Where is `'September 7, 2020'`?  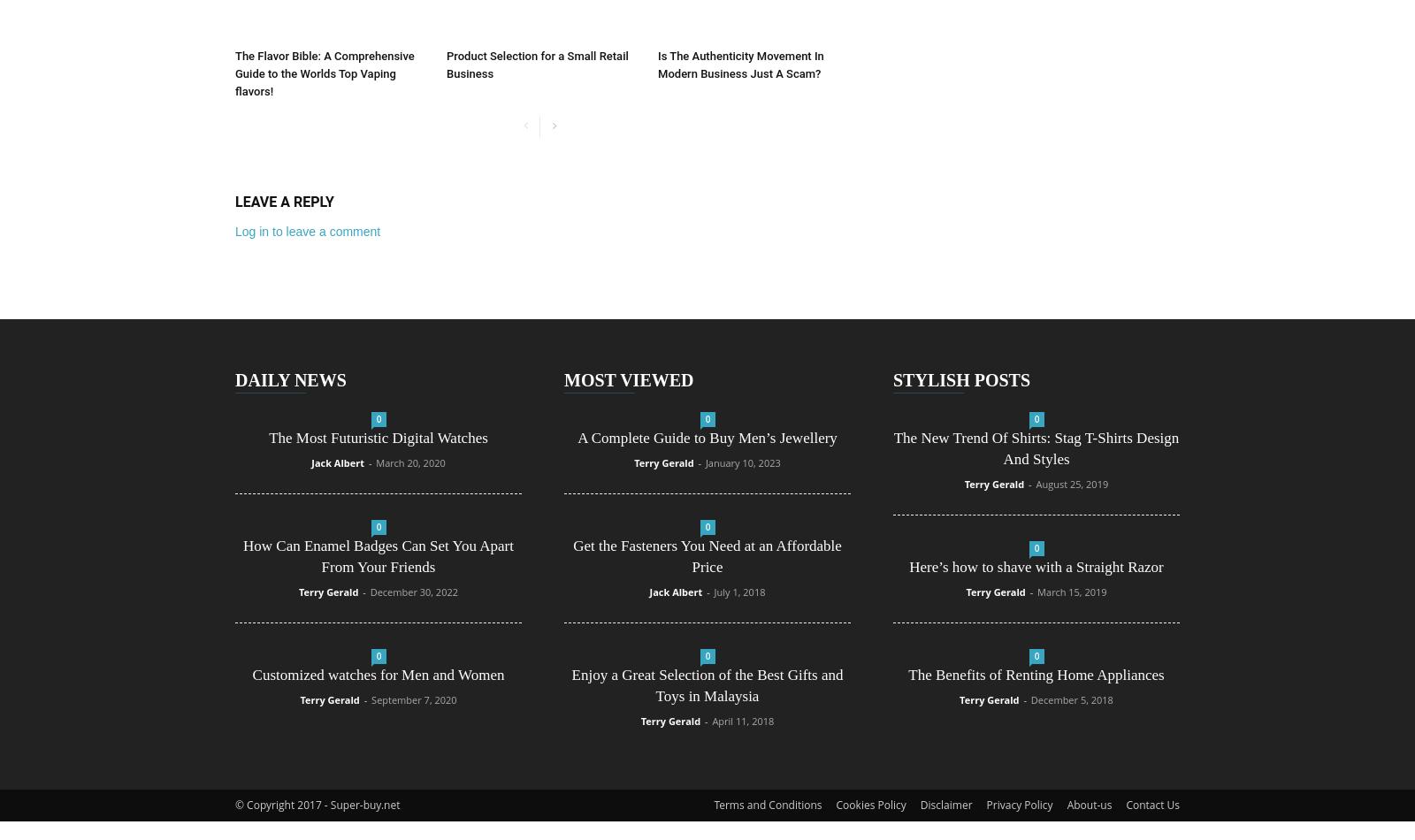
'September 7, 2020' is located at coordinates (413, 698).